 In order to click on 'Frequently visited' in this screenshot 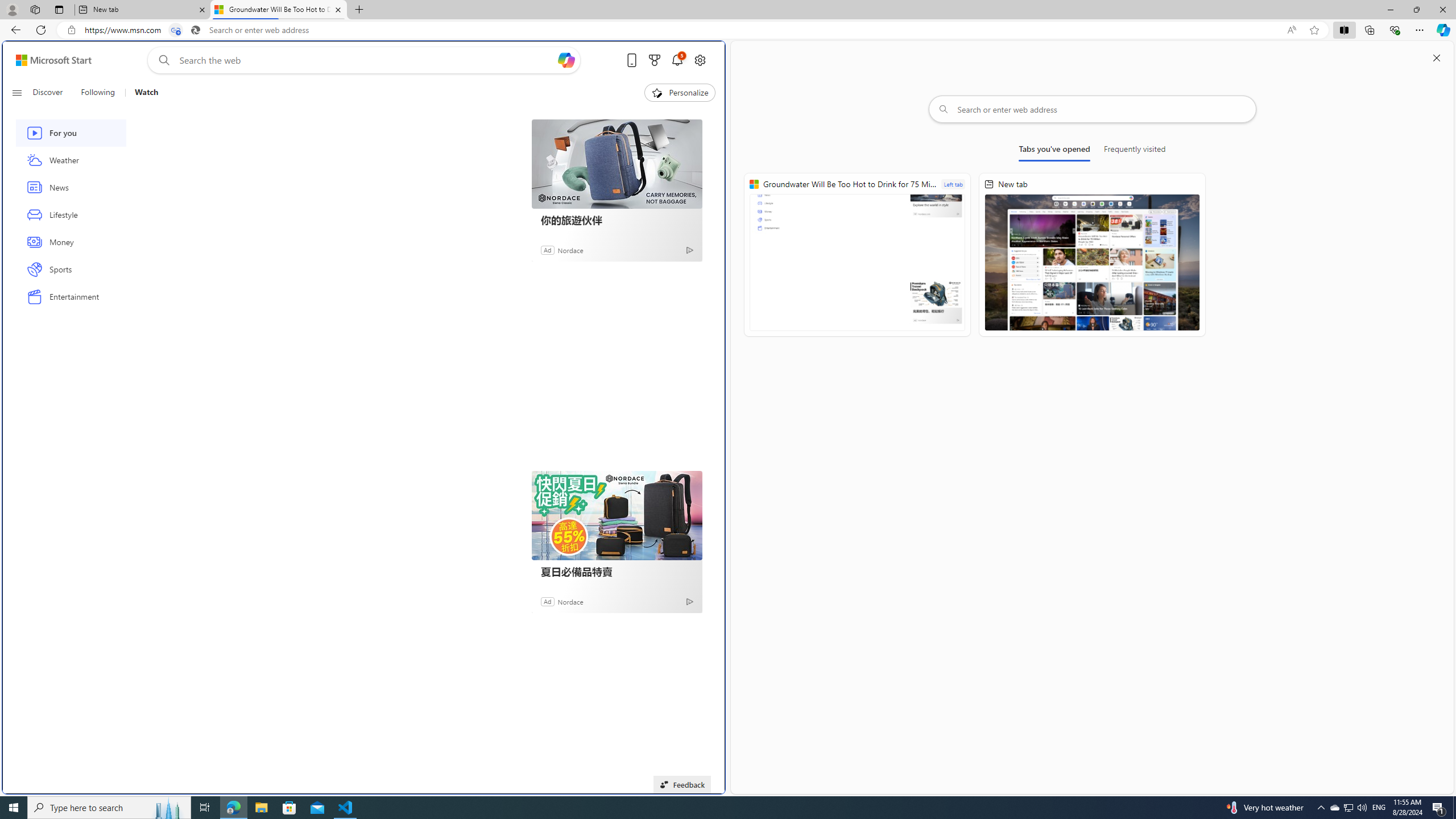, I will do `click(1134, 151)`.